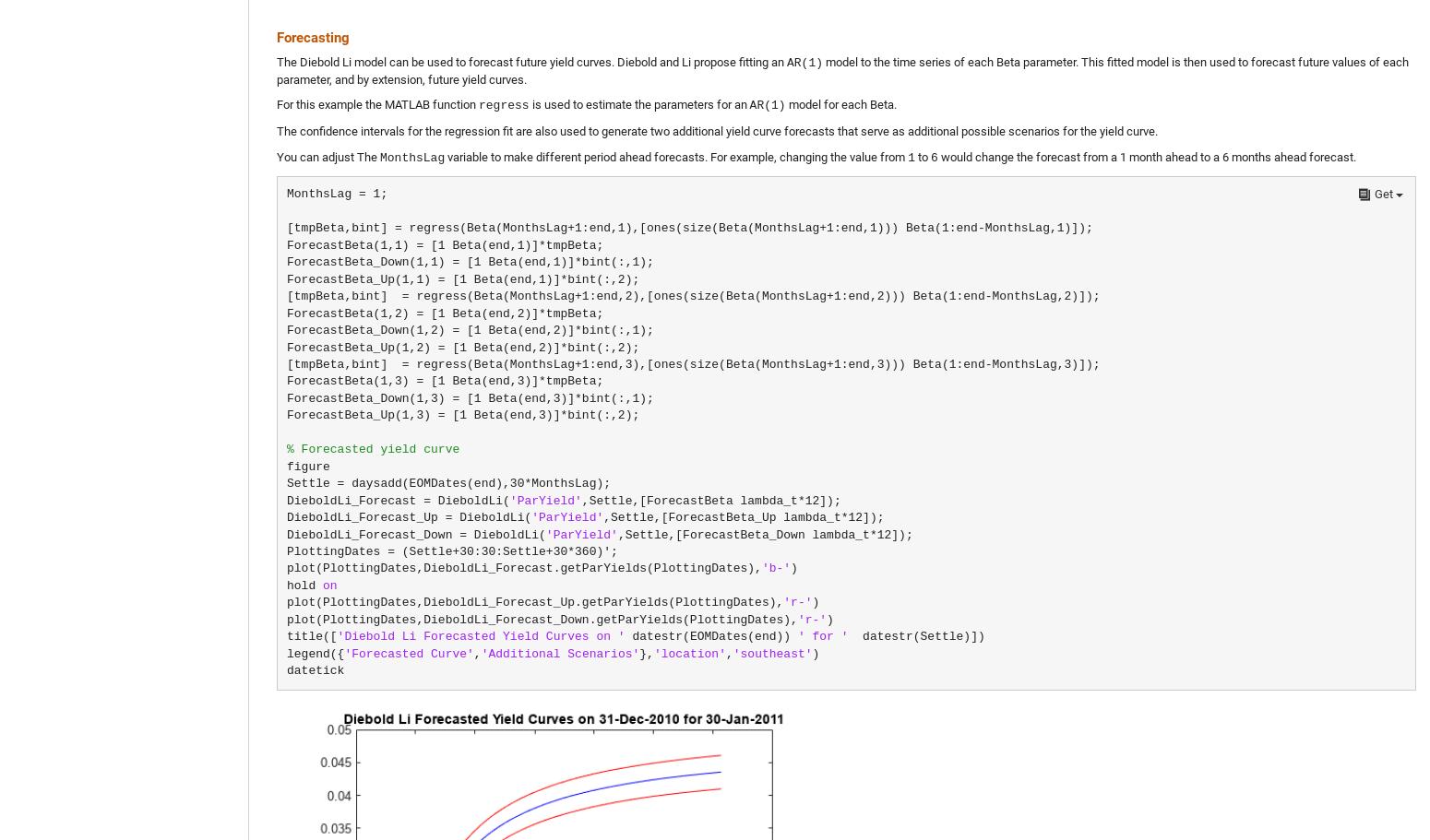  What do you see at coordinates (553, 661) in the screenshot?
I see `')
datetick'` at bounding box center [553, 661].